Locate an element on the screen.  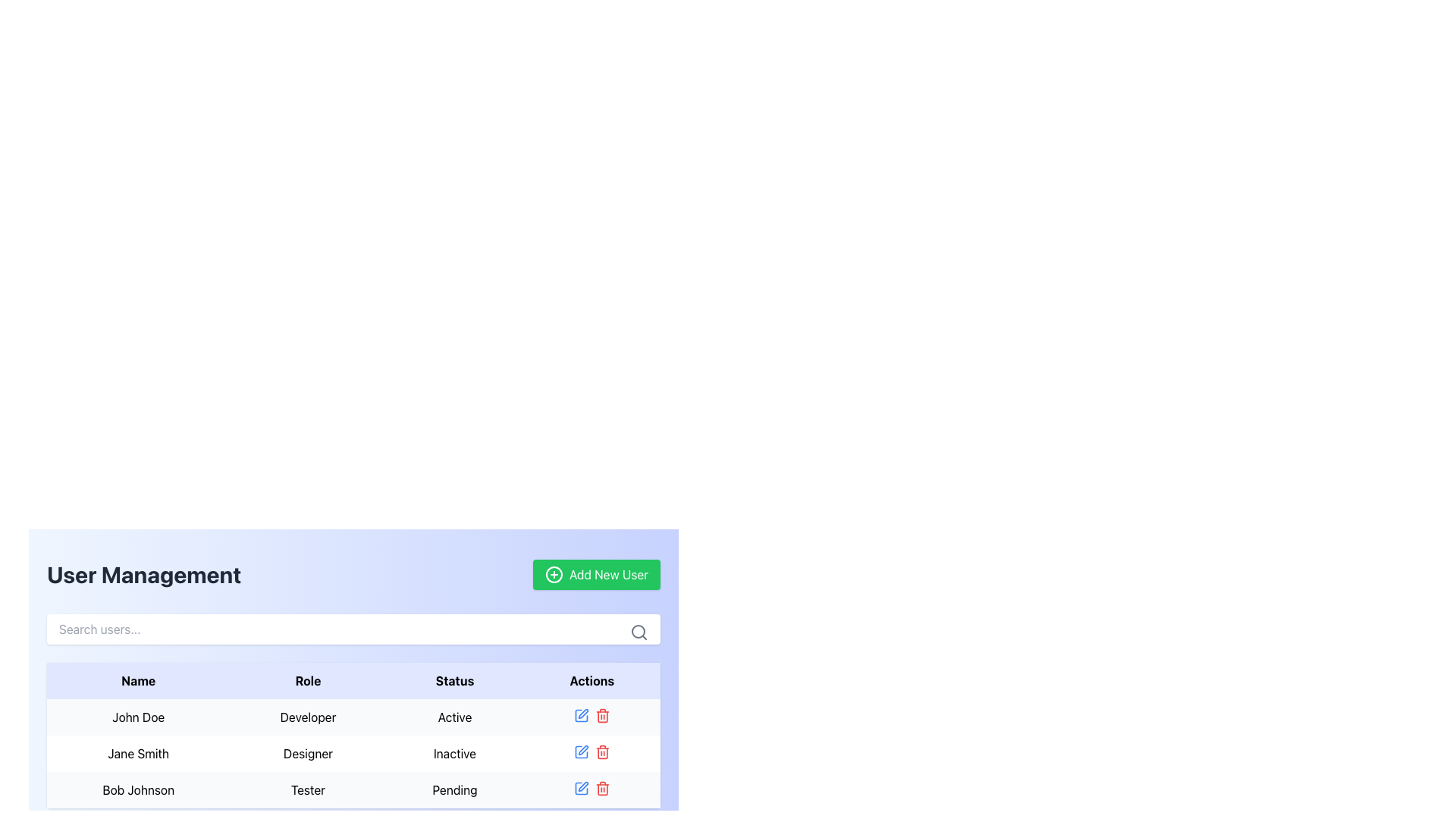
the trash icon in the Actions column is located at coordinates (591, 752).